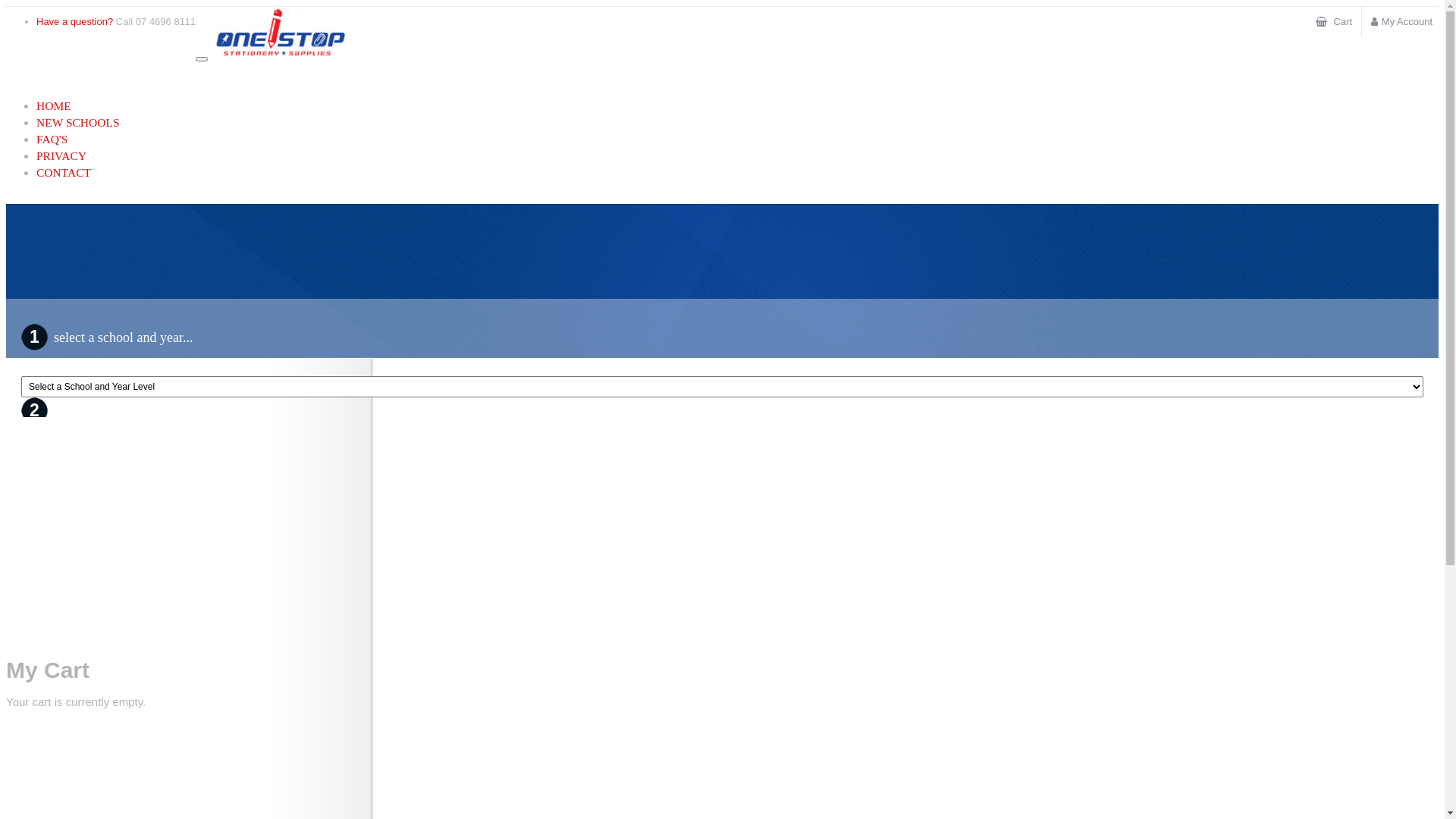 Image resolution: width=1456 pixels, height=819 pixels. I want to click on 'CONTACT', so click(62, 171).